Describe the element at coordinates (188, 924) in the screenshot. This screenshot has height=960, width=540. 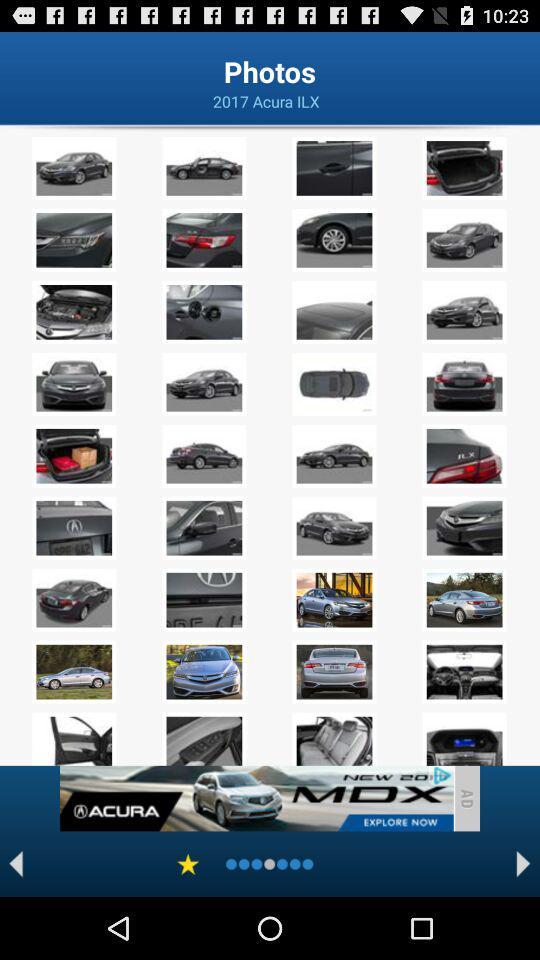
I see `the star icon` at that location.